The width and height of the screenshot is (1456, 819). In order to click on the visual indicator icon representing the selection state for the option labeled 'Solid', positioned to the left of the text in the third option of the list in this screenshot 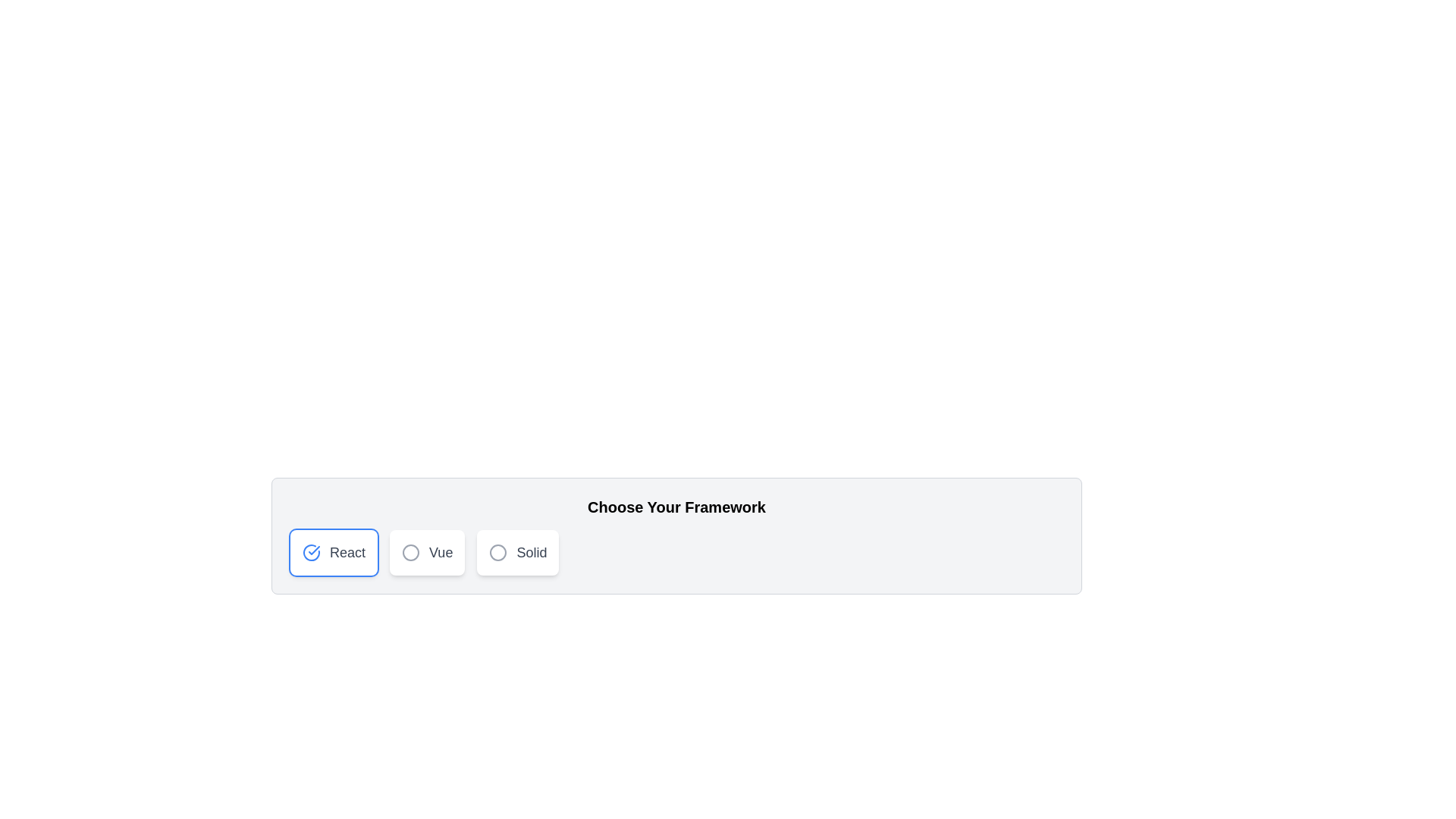, I will do `click(498, 553)`.